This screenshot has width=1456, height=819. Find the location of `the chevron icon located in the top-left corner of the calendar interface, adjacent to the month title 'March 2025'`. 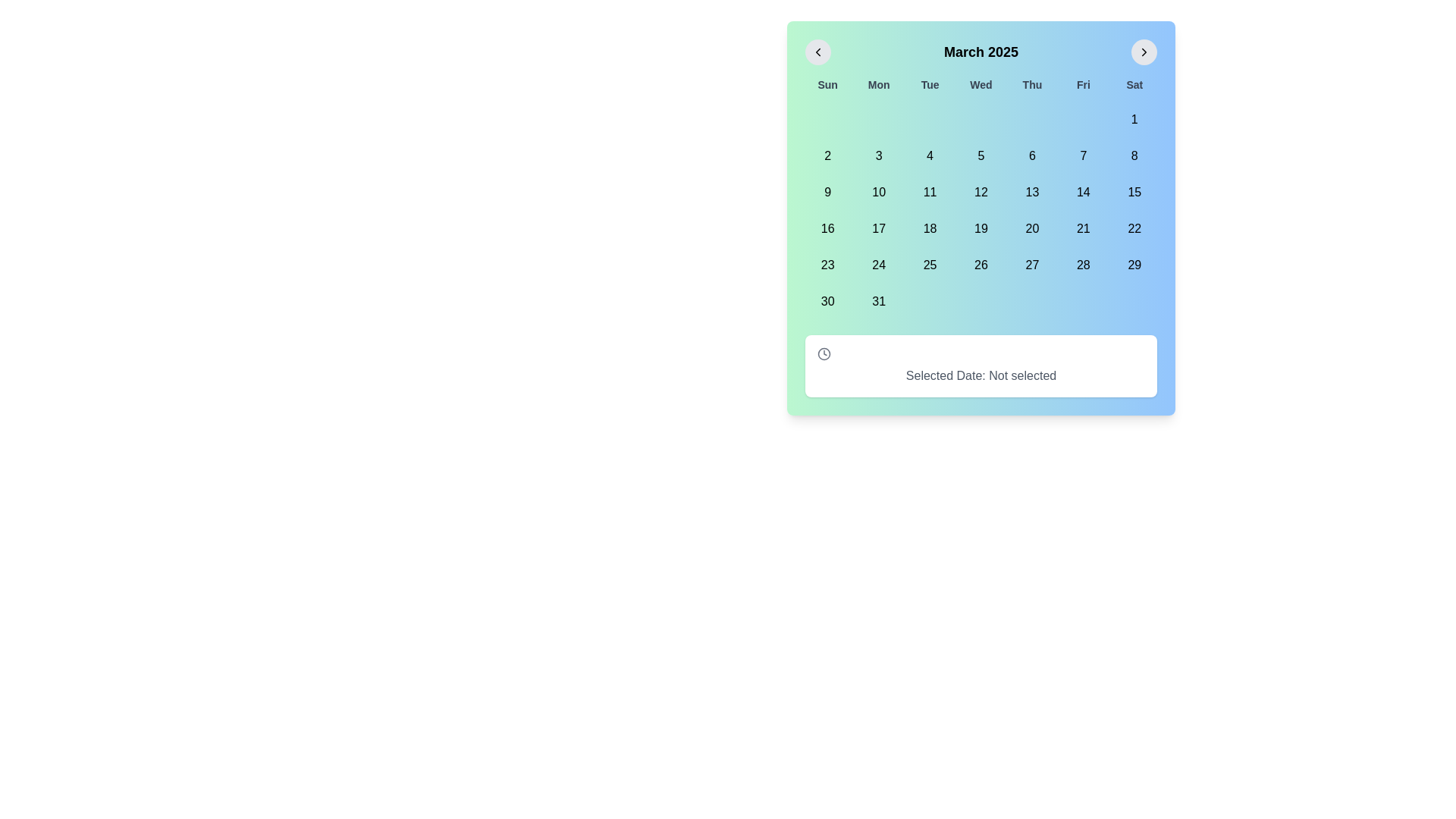

the chevron icon located in the top-left corner of the calendar interface, adjacent to the month title 'March 2025' is located at coordinates (817, 52).